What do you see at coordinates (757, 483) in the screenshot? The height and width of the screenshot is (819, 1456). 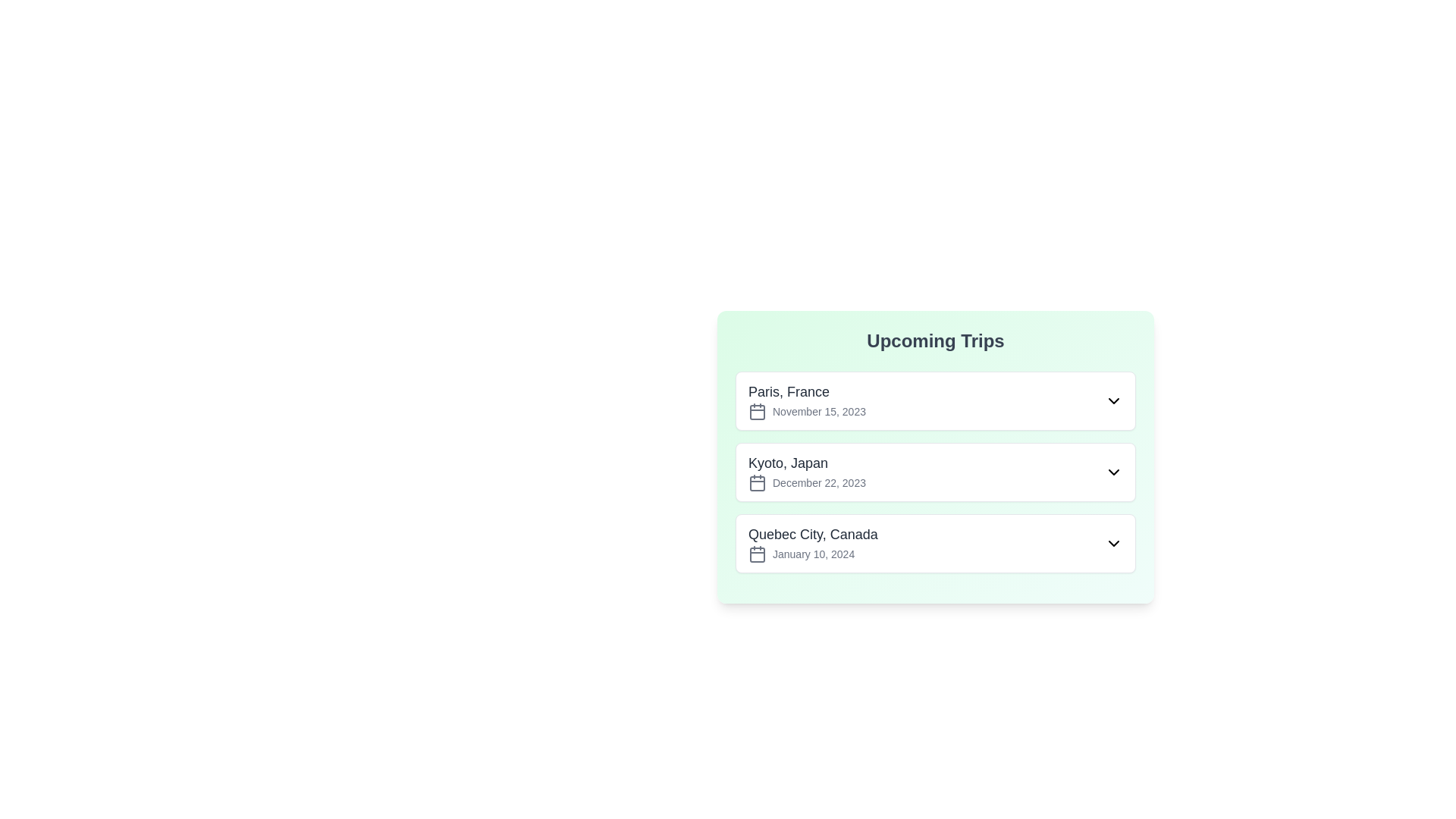 I see `the decorative rectangular component within the calendar icon located in the second item under 'Upcoming Trips', adjacent to 'Kyoto, Japan', and to the left of the date 'December 22, 2023'` at bounding box center [757, 483].